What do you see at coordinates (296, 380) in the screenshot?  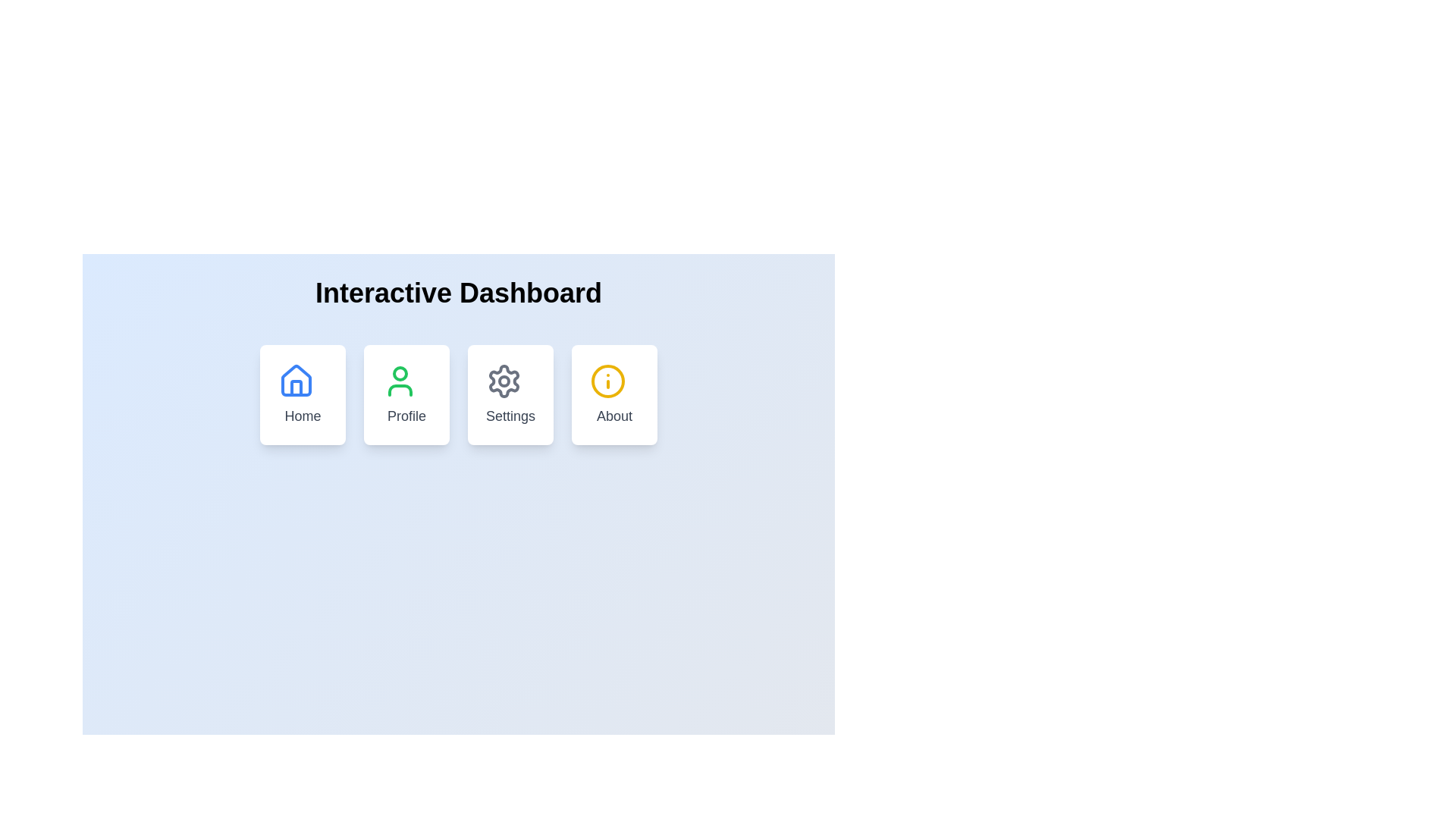 I see `the 'Home' navigation icon located at the top of the card labeled 'Home' within the 'Interactive Dashboard.'` at bounding box center [296, 380].